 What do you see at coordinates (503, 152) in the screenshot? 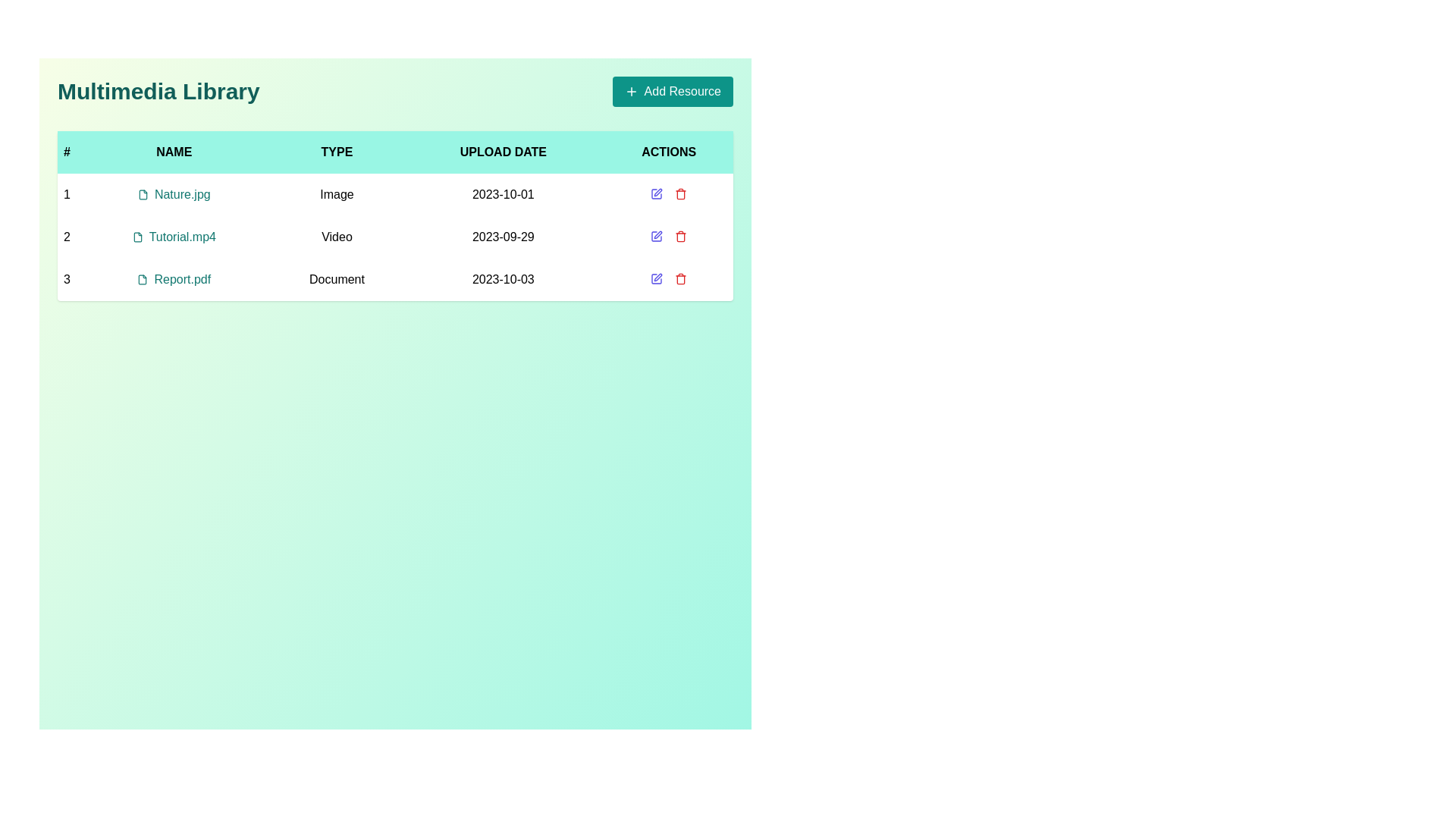
I see `the fourth header in the table that indicates the dates of upload for the items, positioned between 'Type' and 'Actions'` at bounding box center [503, 152].